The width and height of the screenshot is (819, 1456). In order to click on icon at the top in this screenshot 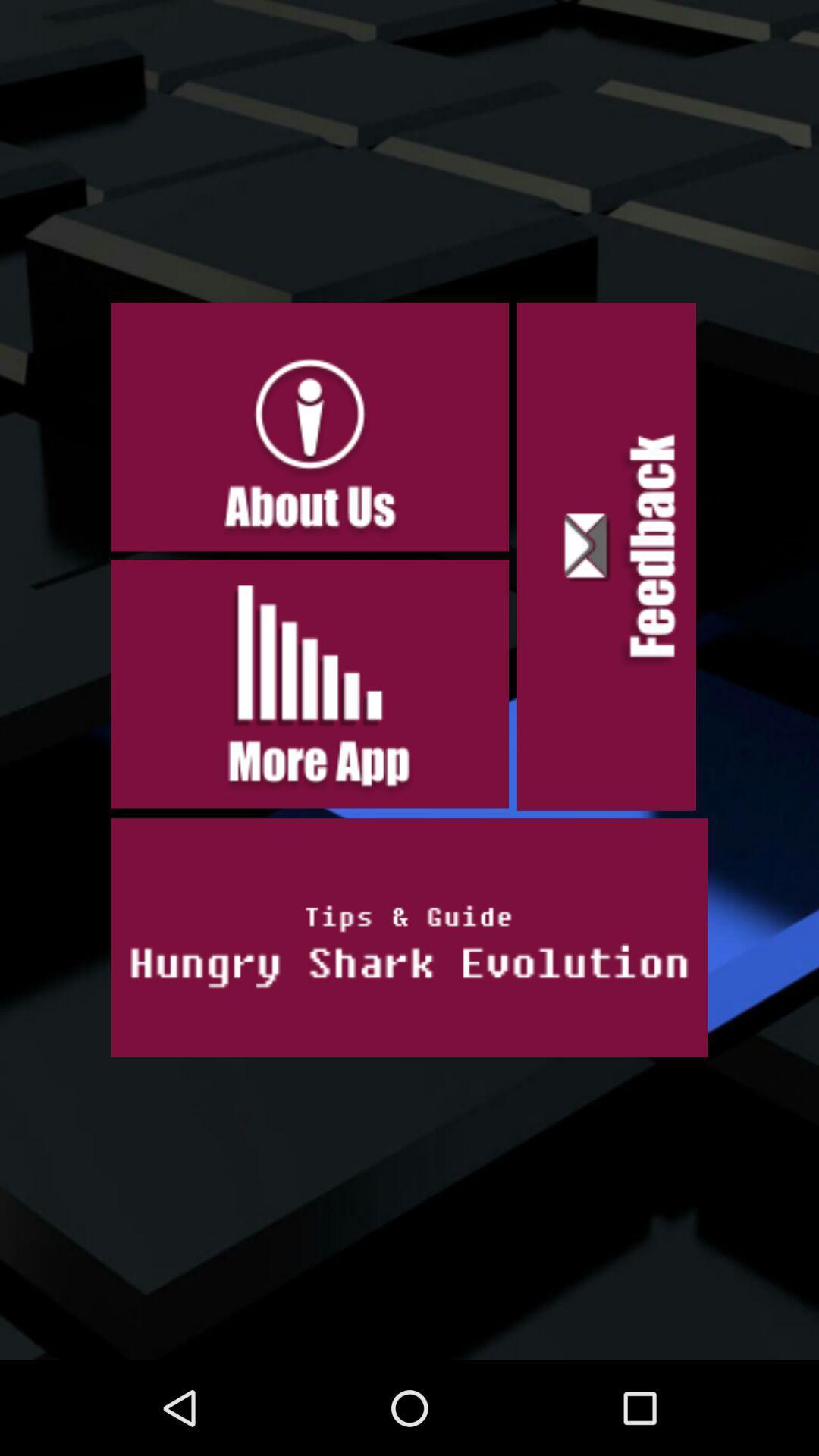, I will do `click(309, 426)`.